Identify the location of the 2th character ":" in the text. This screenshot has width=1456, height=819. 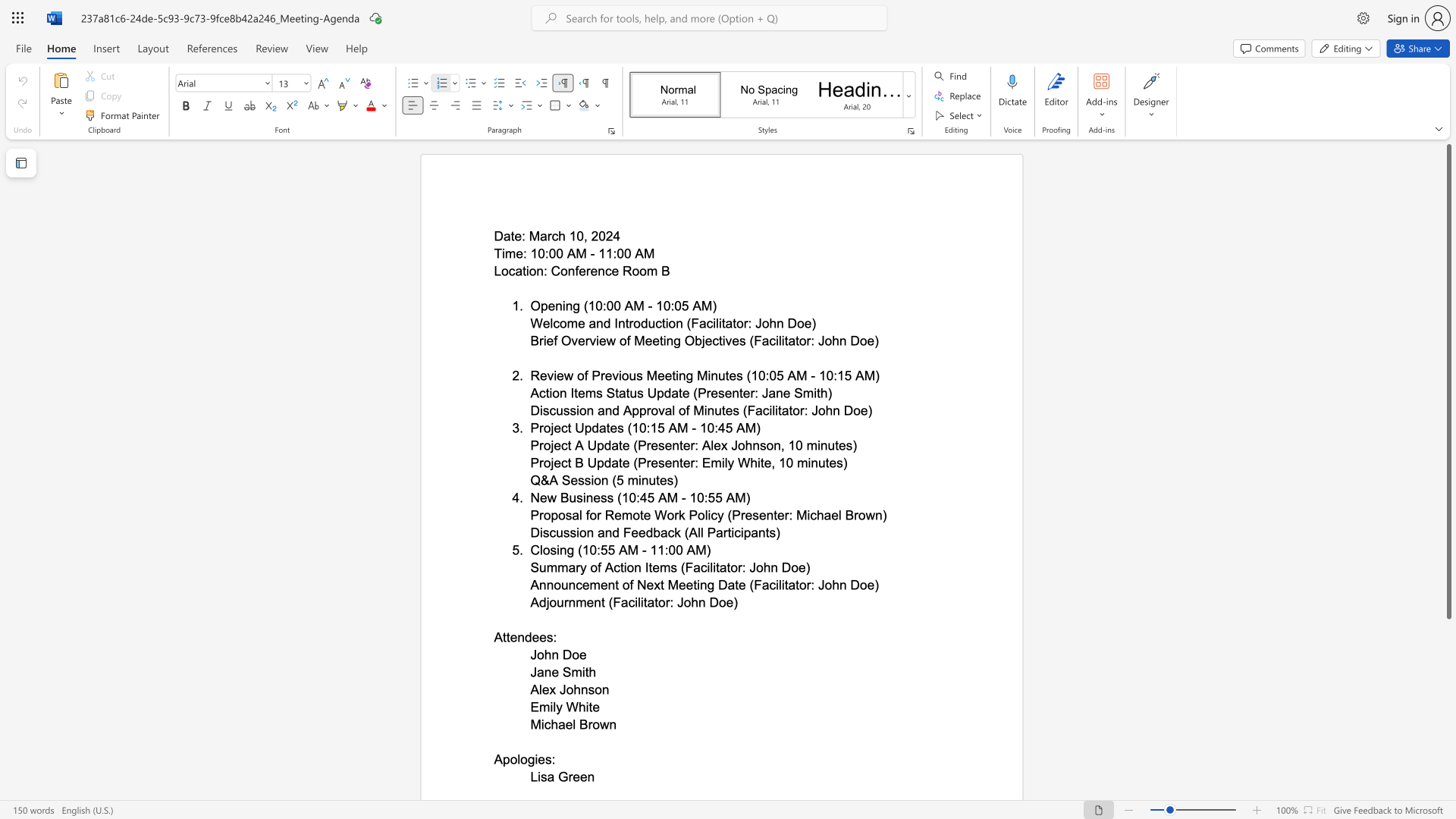
(834, 375).